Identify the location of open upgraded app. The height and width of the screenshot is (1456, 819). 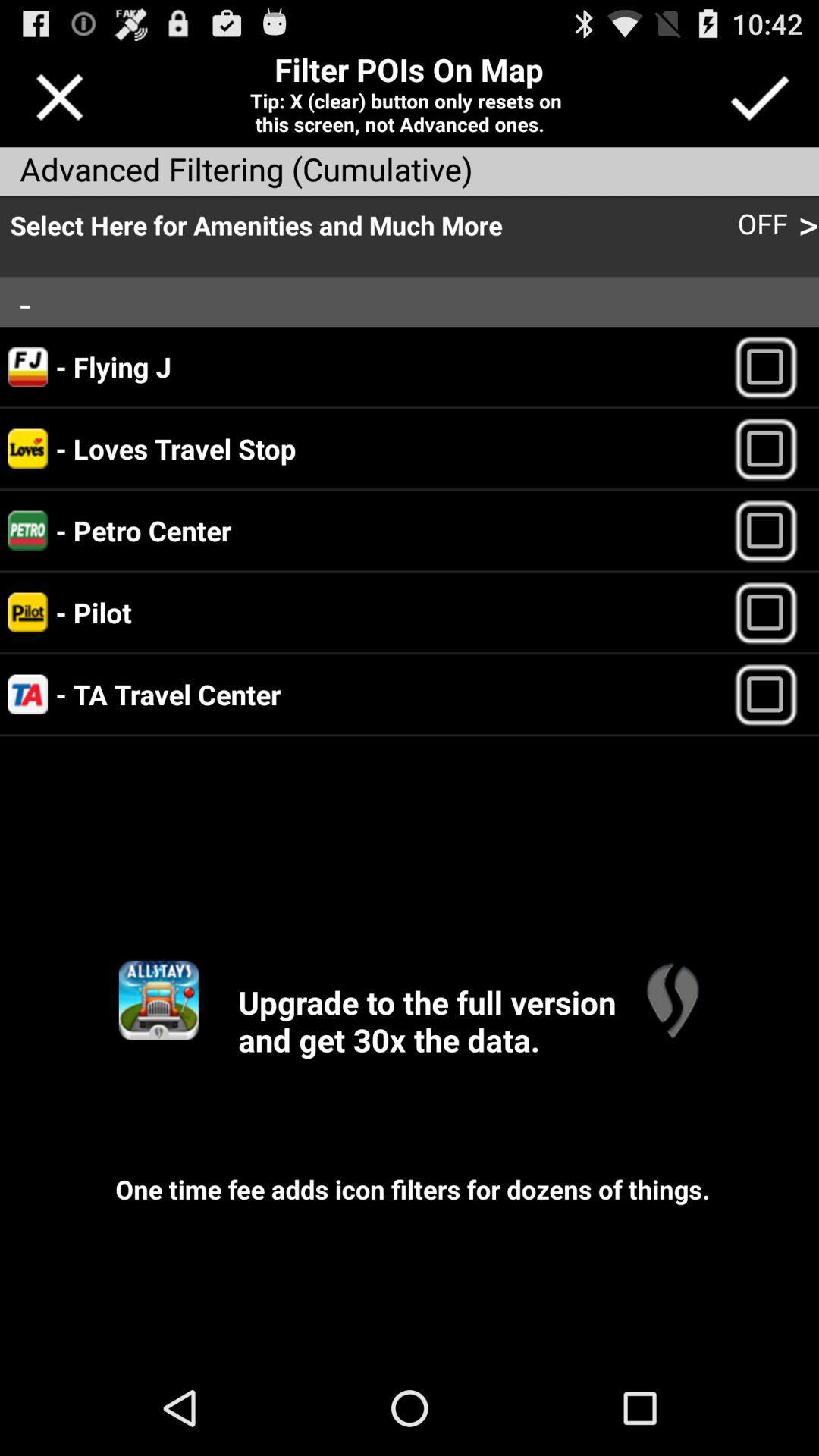
(158, 1000).